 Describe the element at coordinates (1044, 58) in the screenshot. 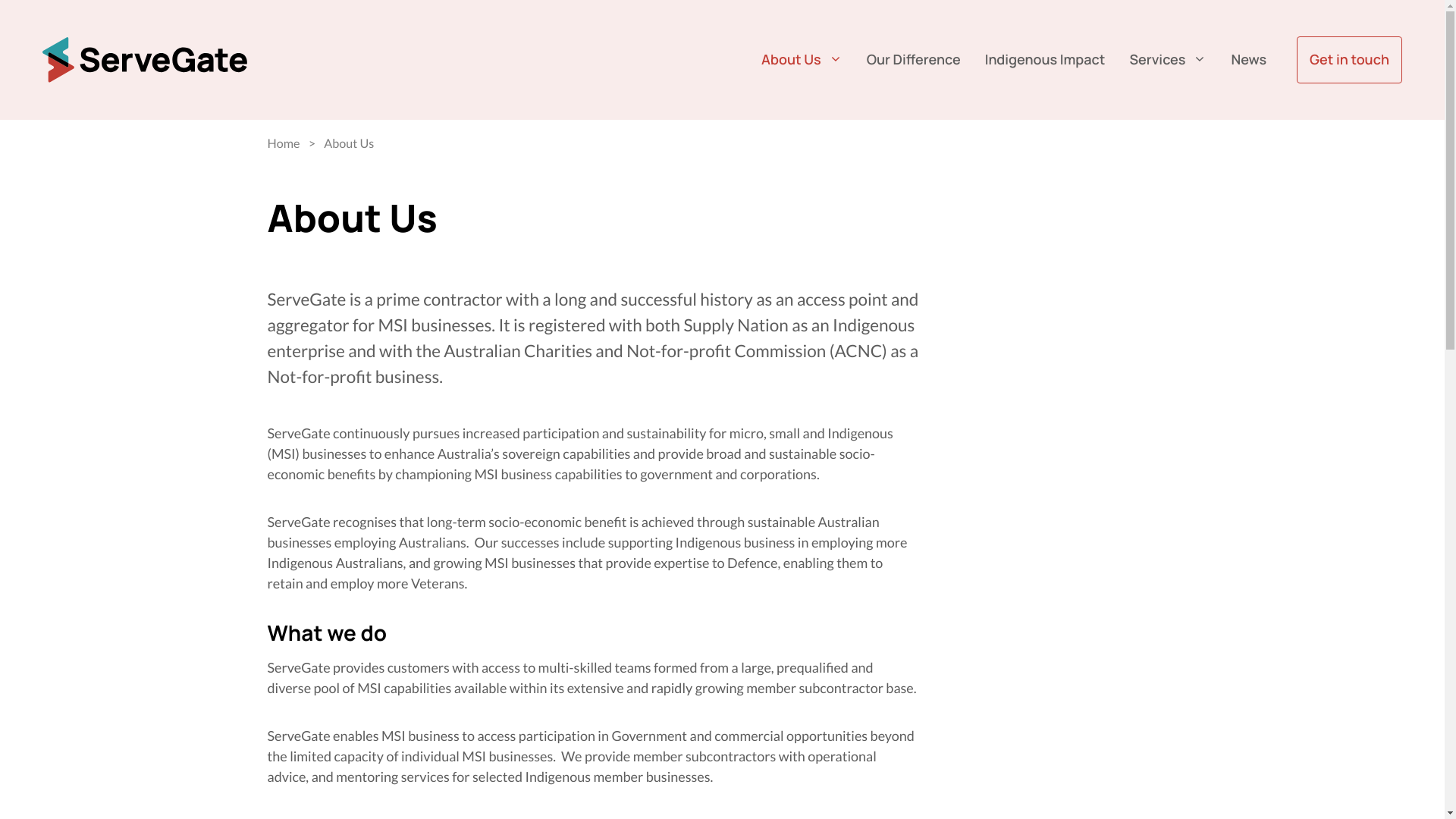

I see `'Indigenous Impact'` at that location.